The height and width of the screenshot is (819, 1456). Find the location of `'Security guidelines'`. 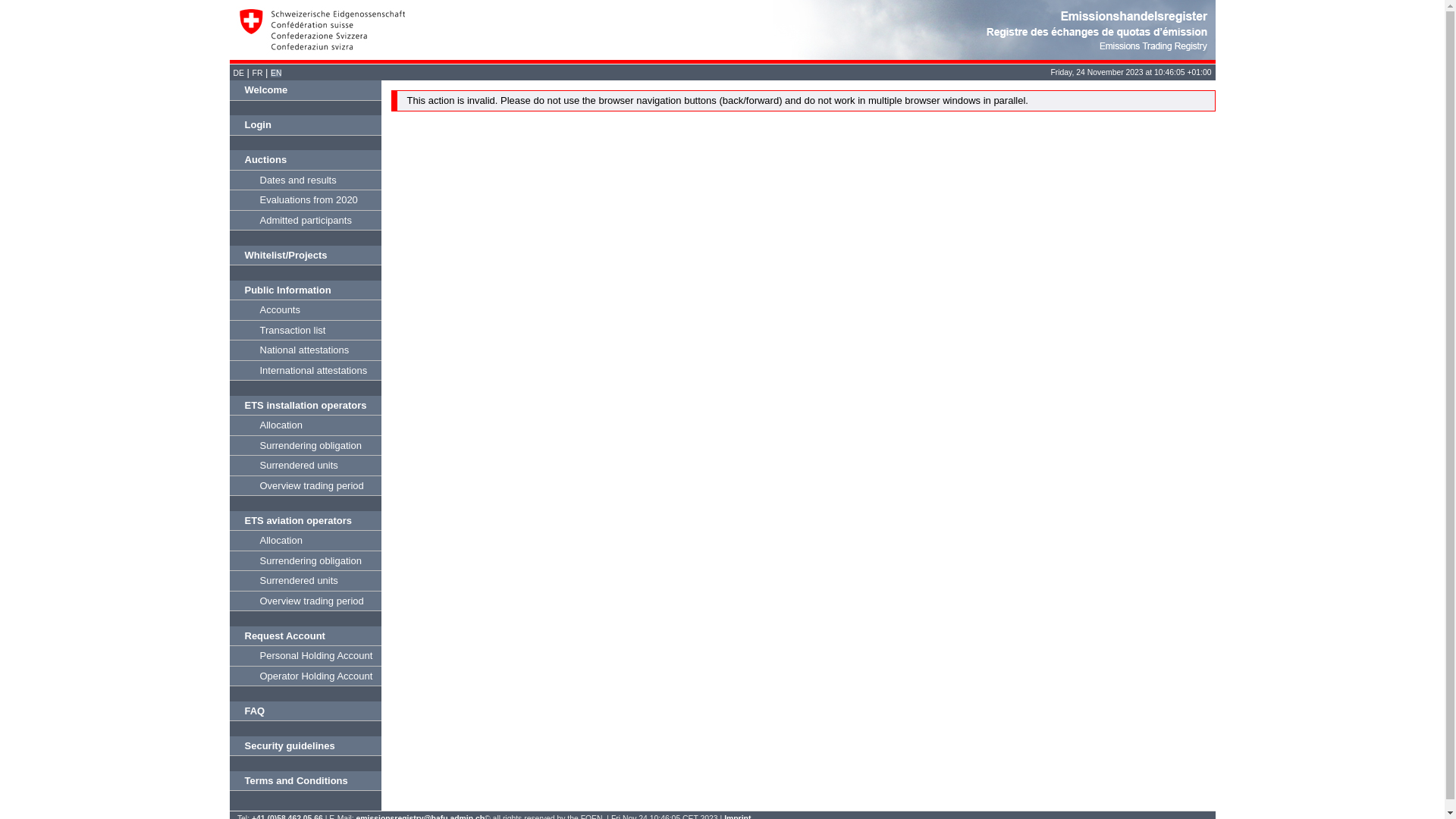

'Security guidelines' is located at coordinates (304, 745).